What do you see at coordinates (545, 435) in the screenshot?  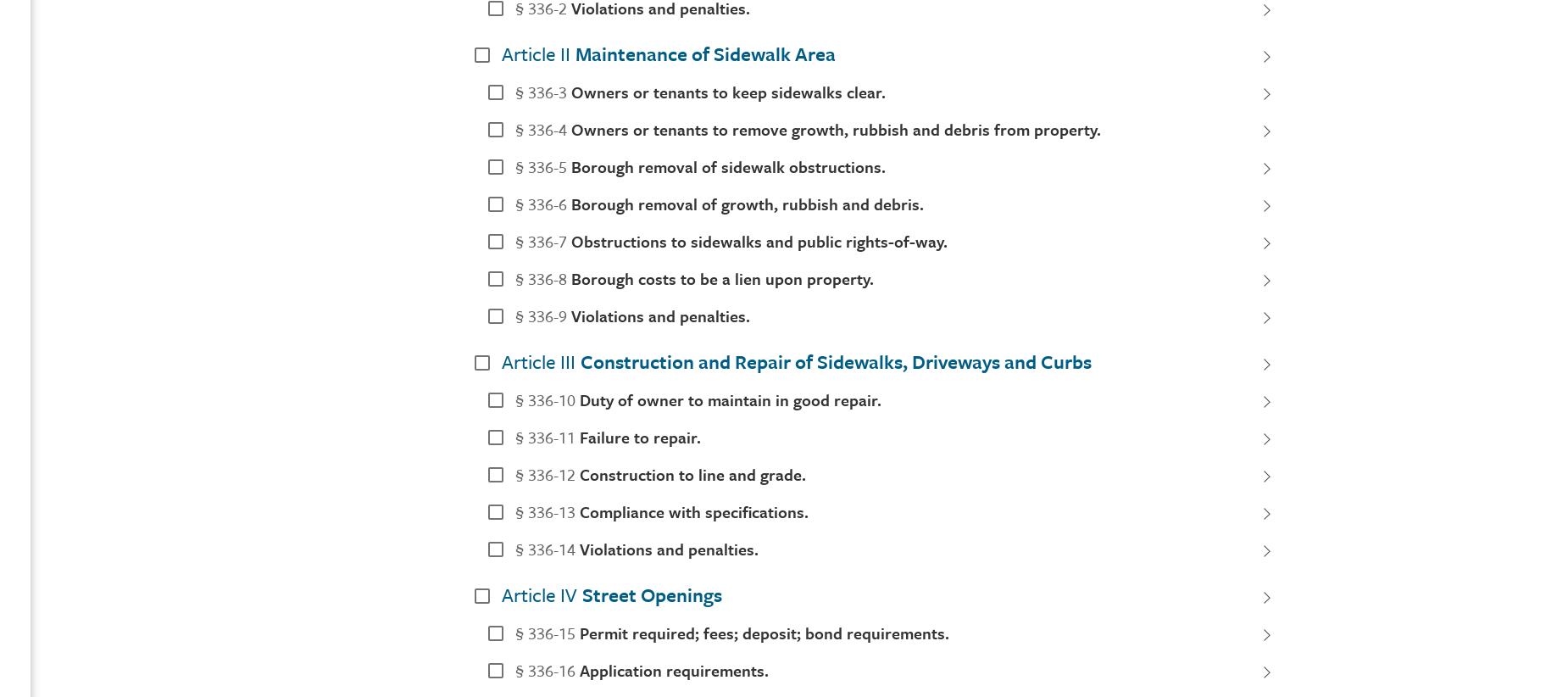 I see `'§ 336-11'` at bounding box center [545, 435].